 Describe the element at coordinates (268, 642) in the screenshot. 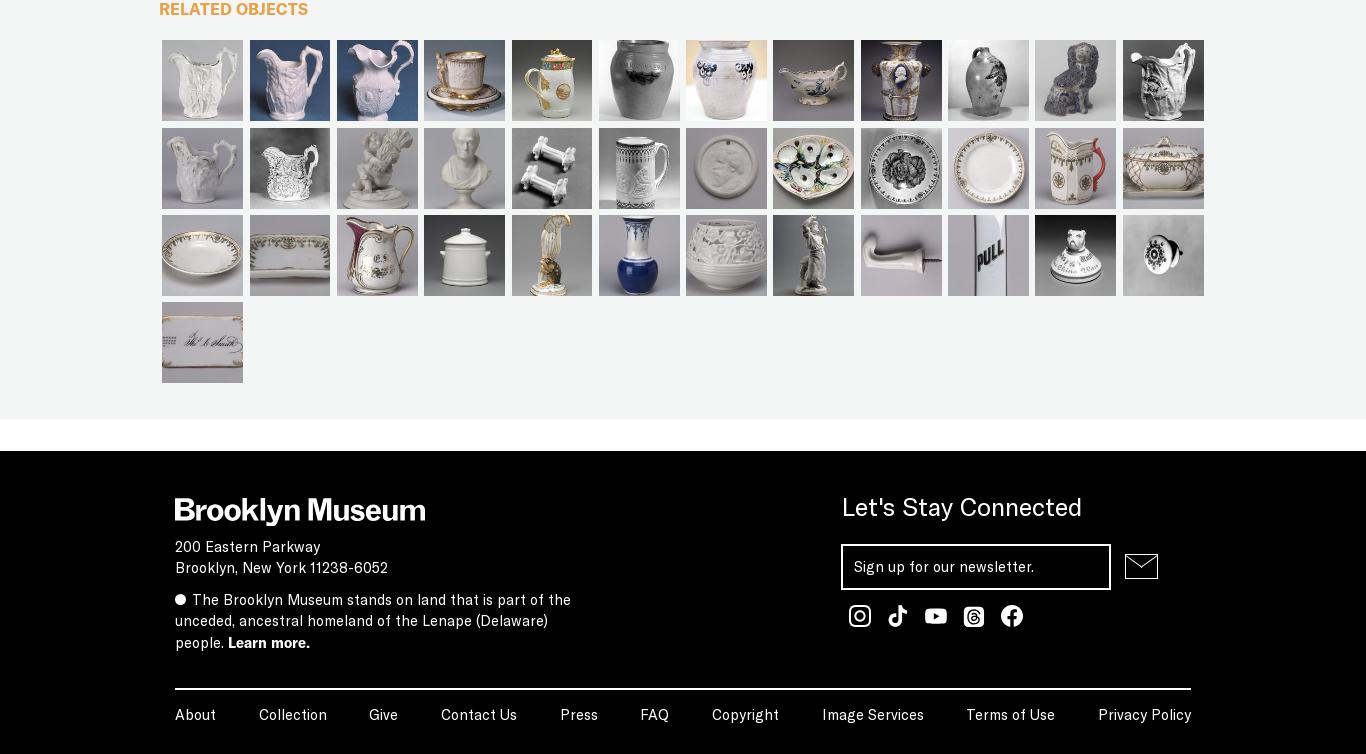

I see `'Learn more.'` at that location.